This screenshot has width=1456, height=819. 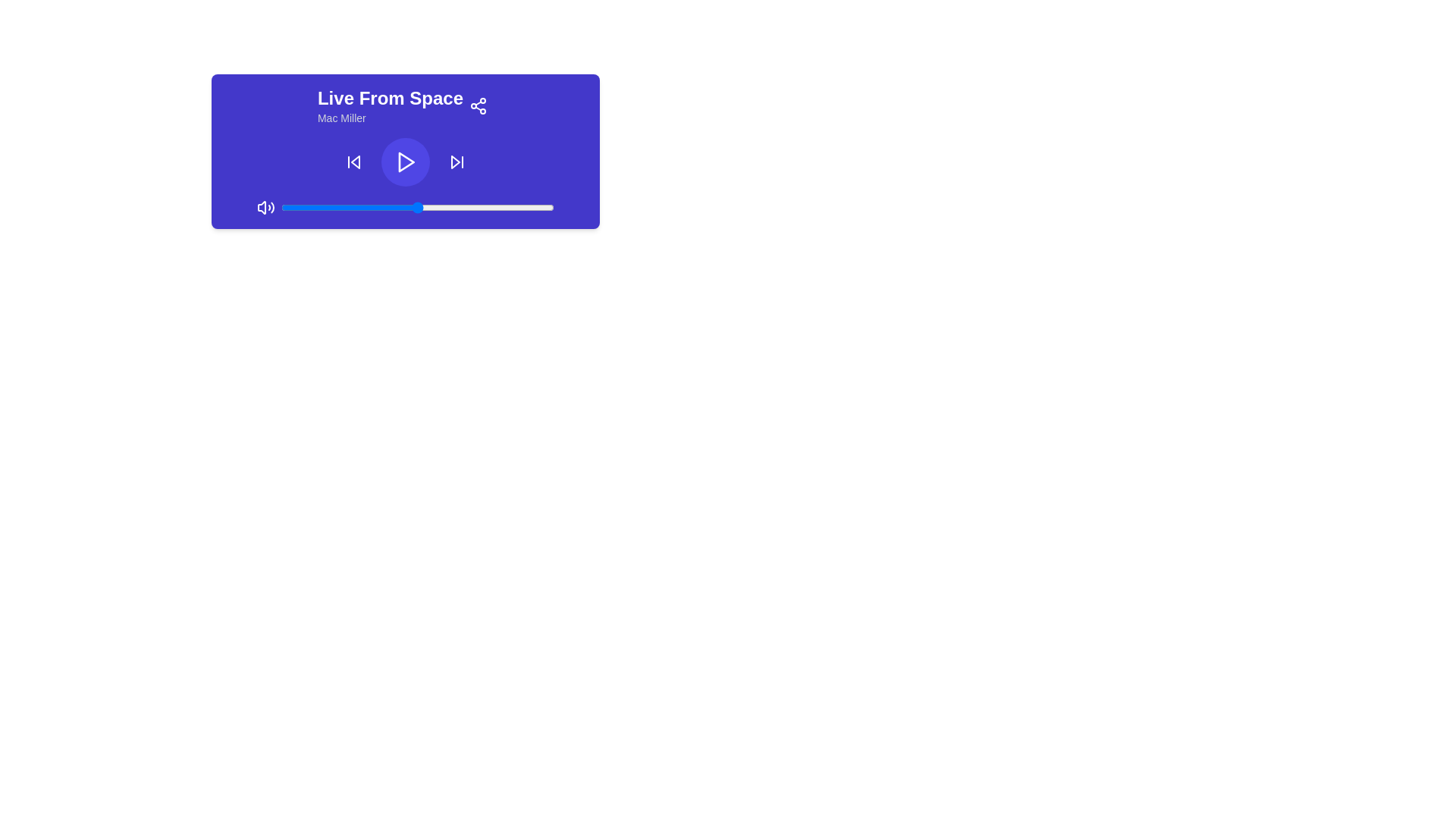 I want to click on the triangular-shaped play icon outlined in white, positioned within a circular purple background in the media control section, so click(x=405, y=162).